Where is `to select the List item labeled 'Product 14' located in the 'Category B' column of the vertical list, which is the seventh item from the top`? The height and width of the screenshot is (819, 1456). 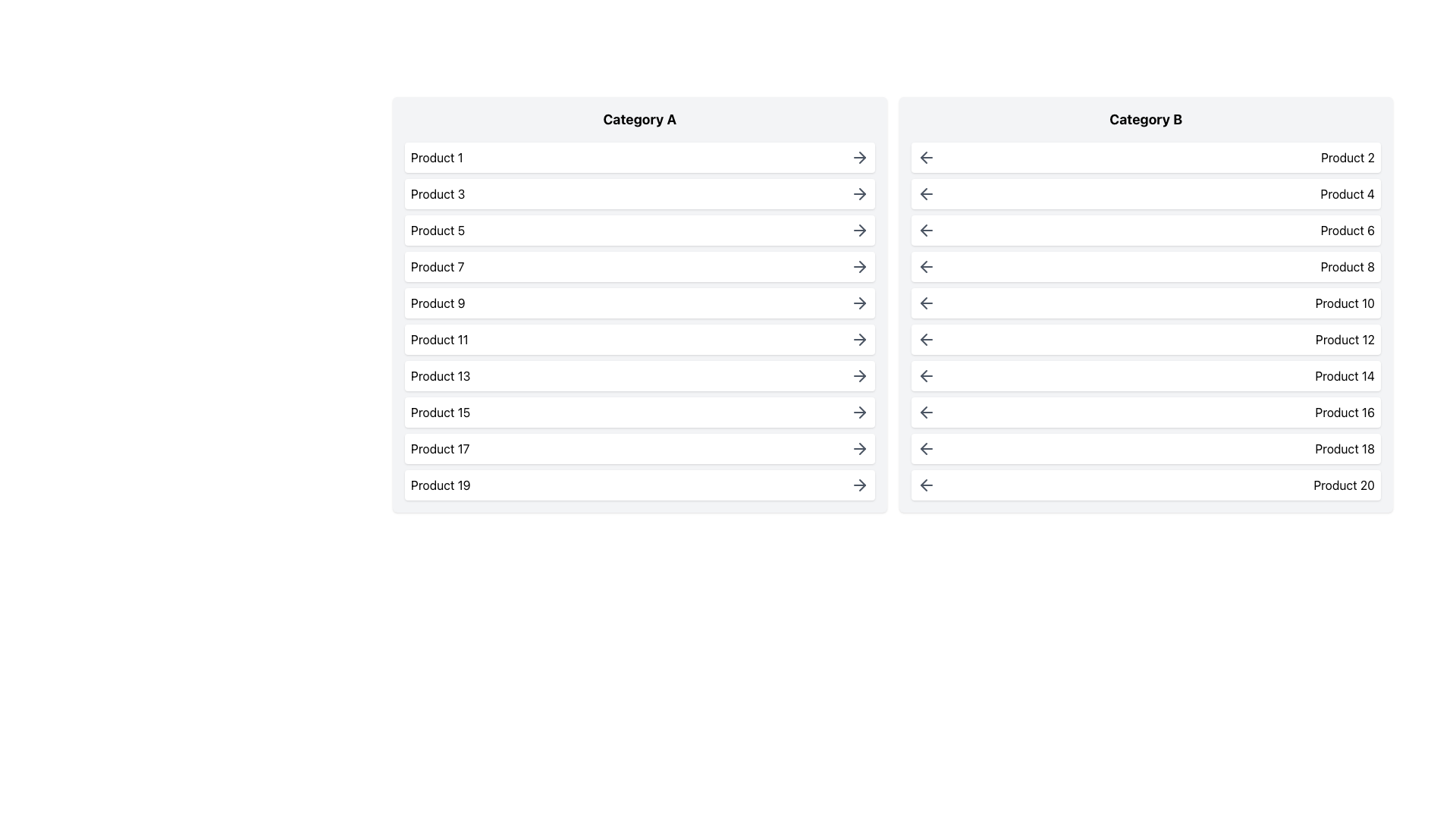 to select the List item labeled 'Product 14' located in the 'Category B' column of the vertical list, which is the seventh item from the top is located at coordinates (1146, 375).